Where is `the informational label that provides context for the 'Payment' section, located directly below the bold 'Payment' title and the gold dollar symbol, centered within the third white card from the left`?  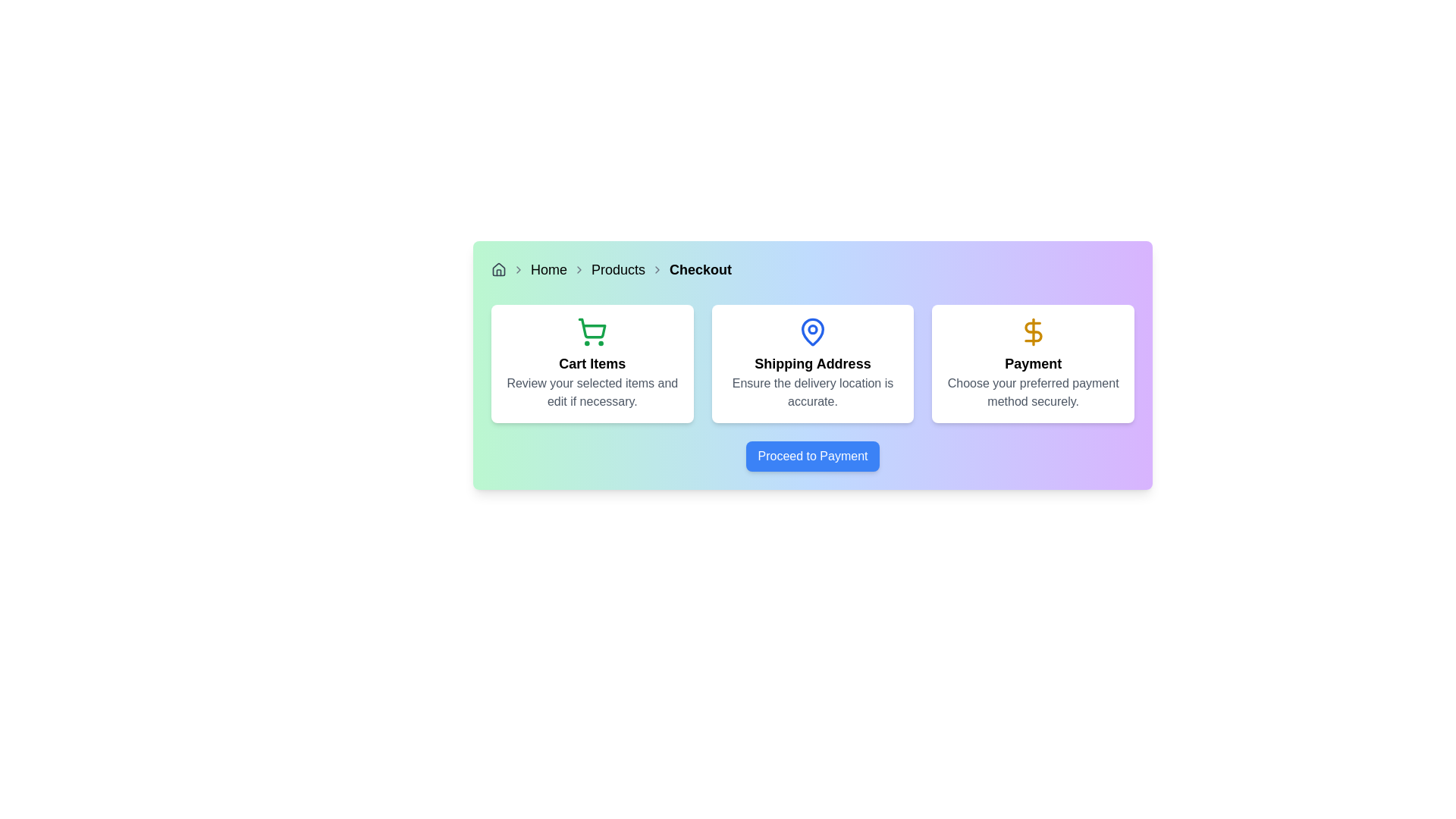
the informational label that provides context for the 'Payment' section, located directly below the bold 'Payment' title and the gold dollar symbol, centered within the third white card from the left is located at coordinates (1032, 391).